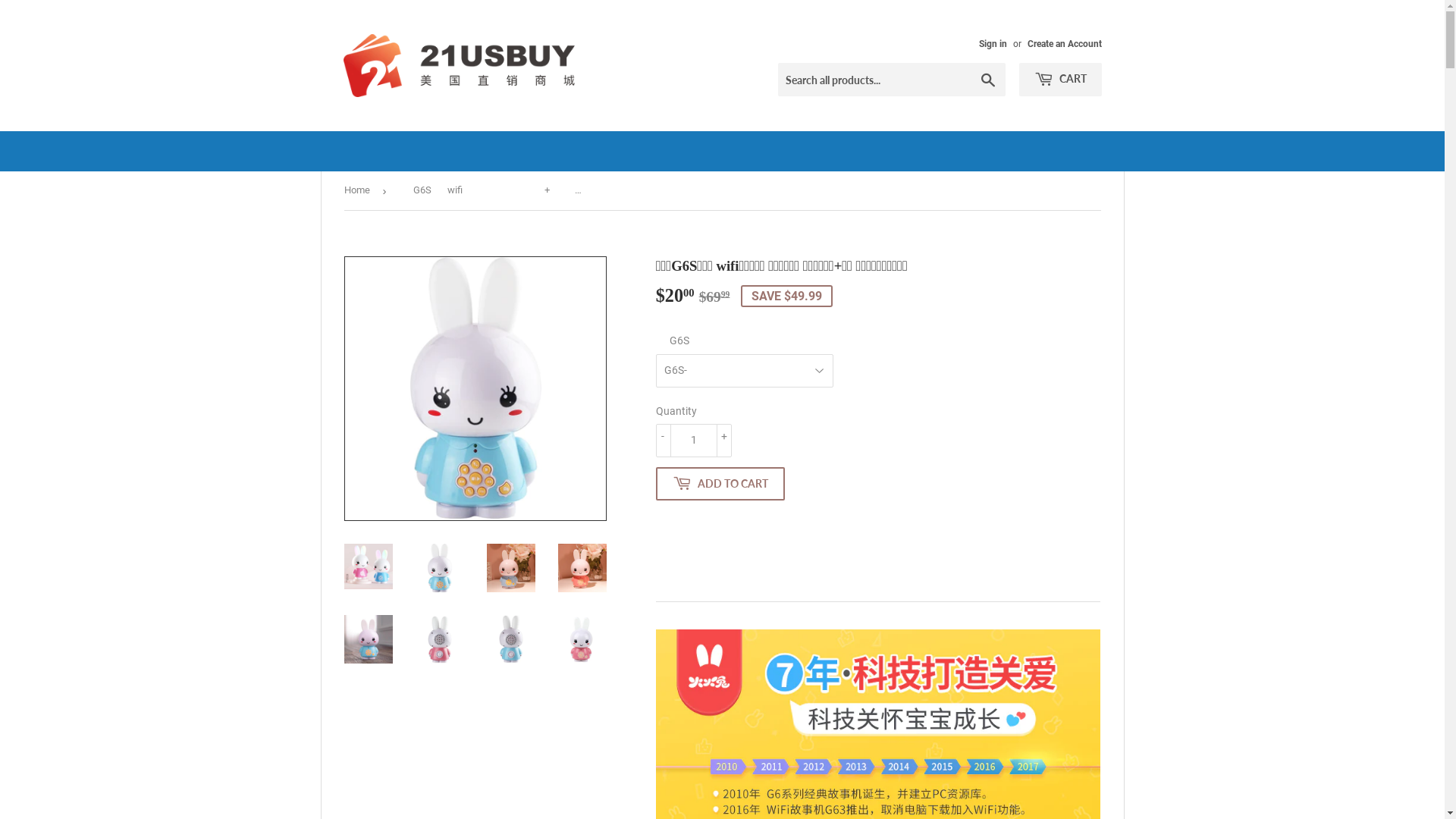  I want to click on 'Sign in', so click(992, 42).